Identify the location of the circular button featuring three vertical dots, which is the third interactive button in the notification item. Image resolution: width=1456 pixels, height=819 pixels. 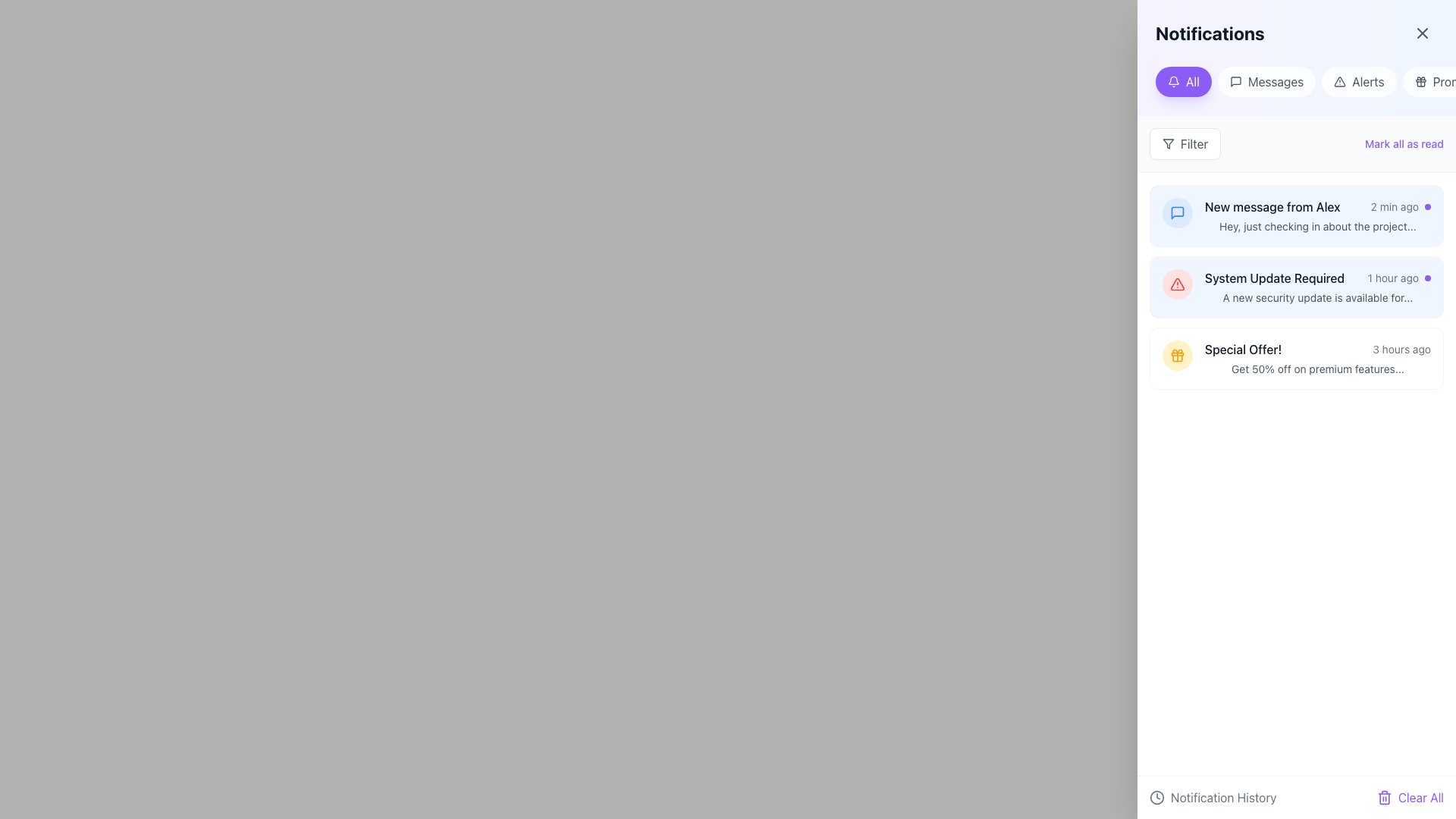
(1418, 216).